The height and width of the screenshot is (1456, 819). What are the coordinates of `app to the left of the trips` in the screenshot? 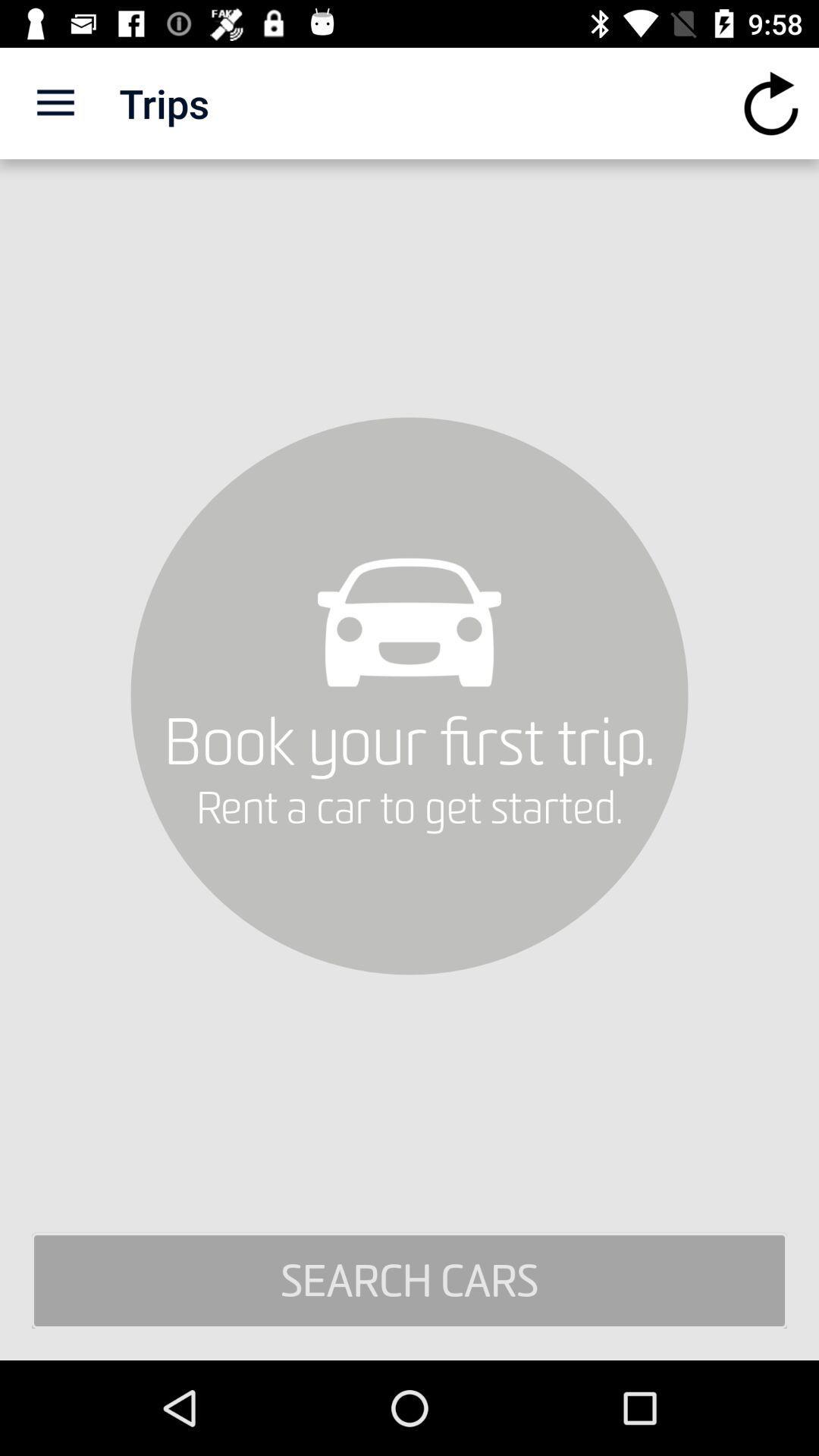 It's located at (55, 102).